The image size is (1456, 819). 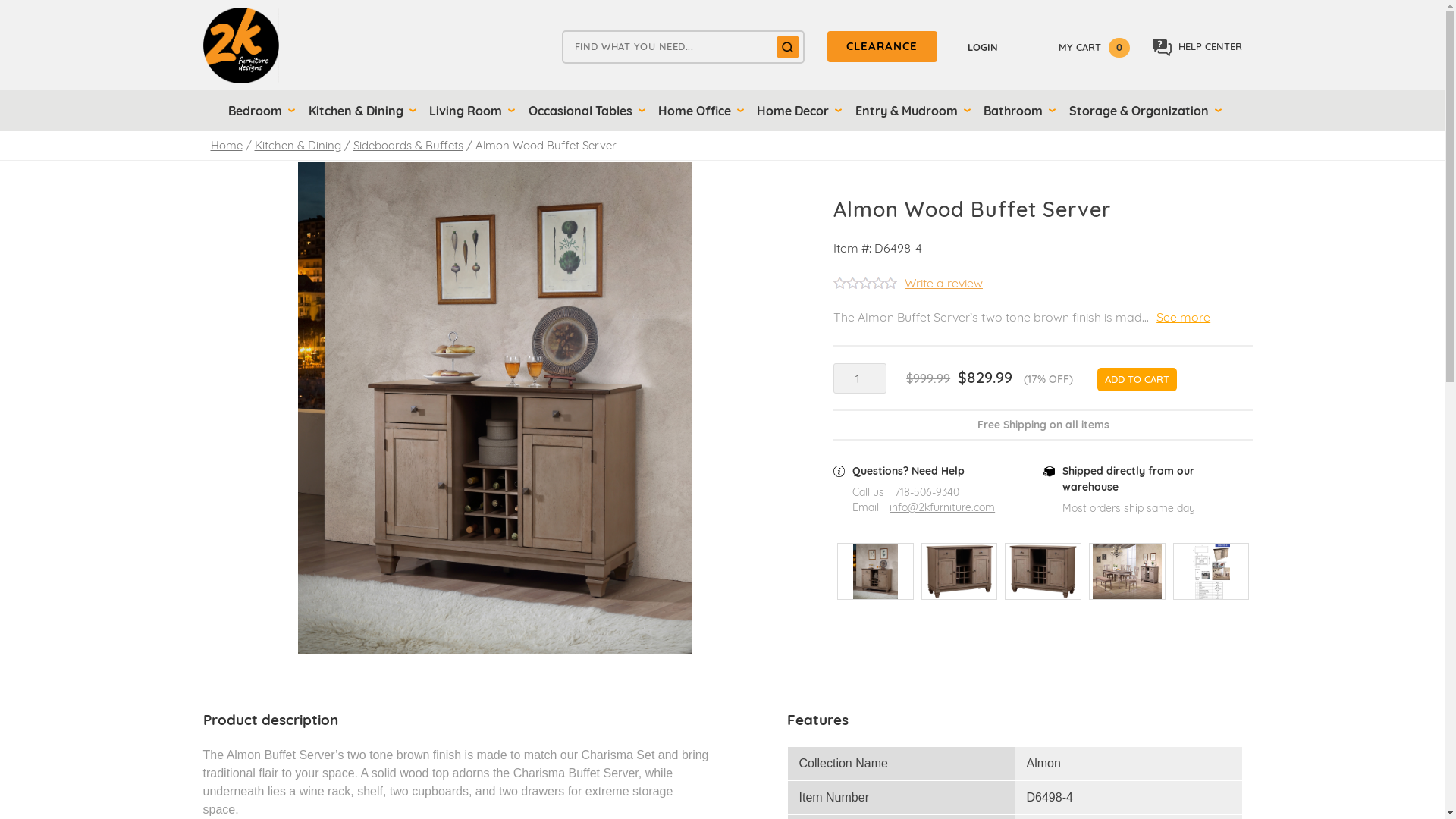 What do you see at coordinates (895, 492) in the screenshot?
I see `'718-506-9340'` at bounding box center [895, 492].